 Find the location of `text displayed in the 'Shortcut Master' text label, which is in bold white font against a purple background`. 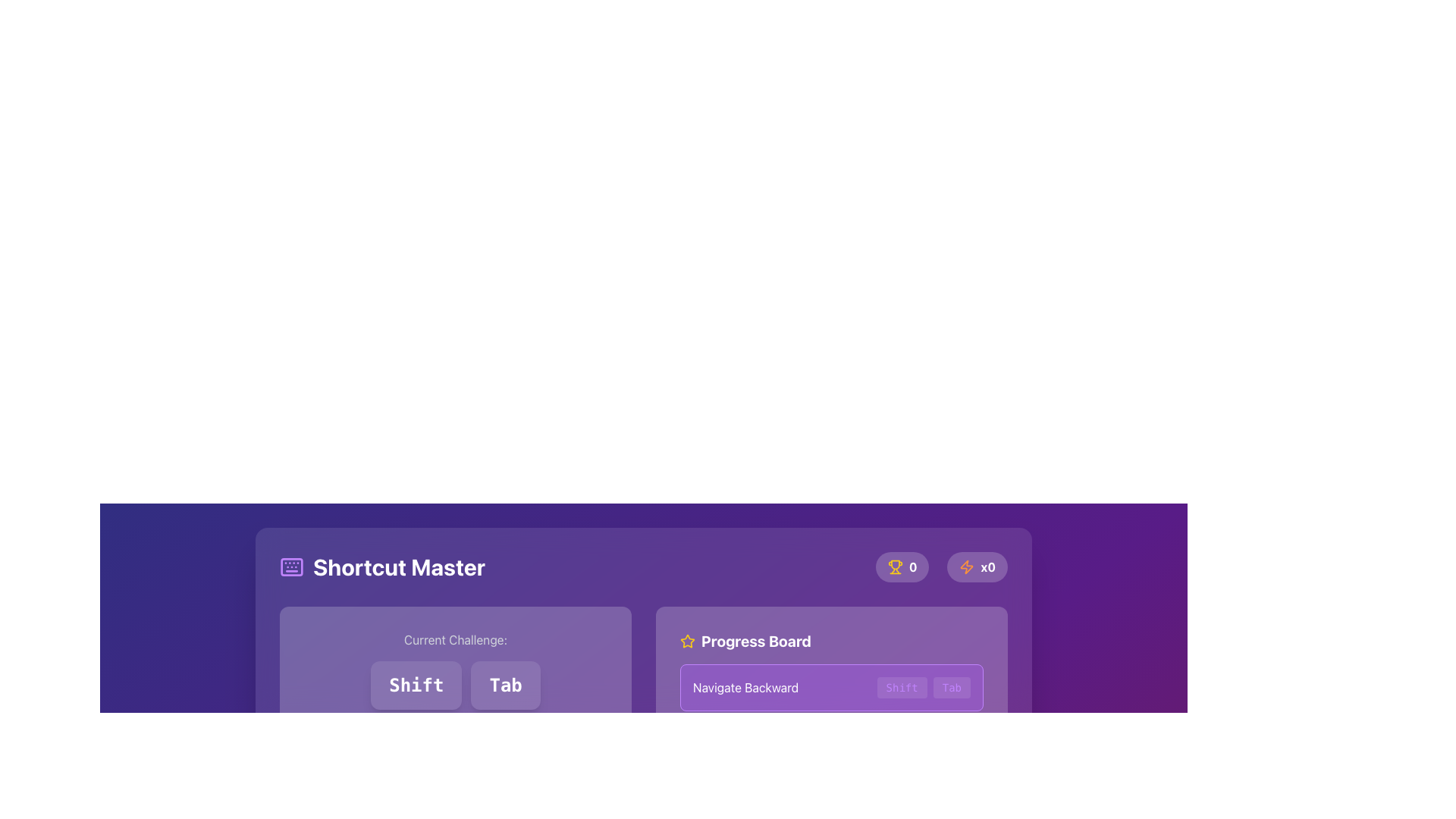

text displayed in the 'Shortcut Master' text label, which is in bold white font against a purple background is located at coordinates (399, 567).